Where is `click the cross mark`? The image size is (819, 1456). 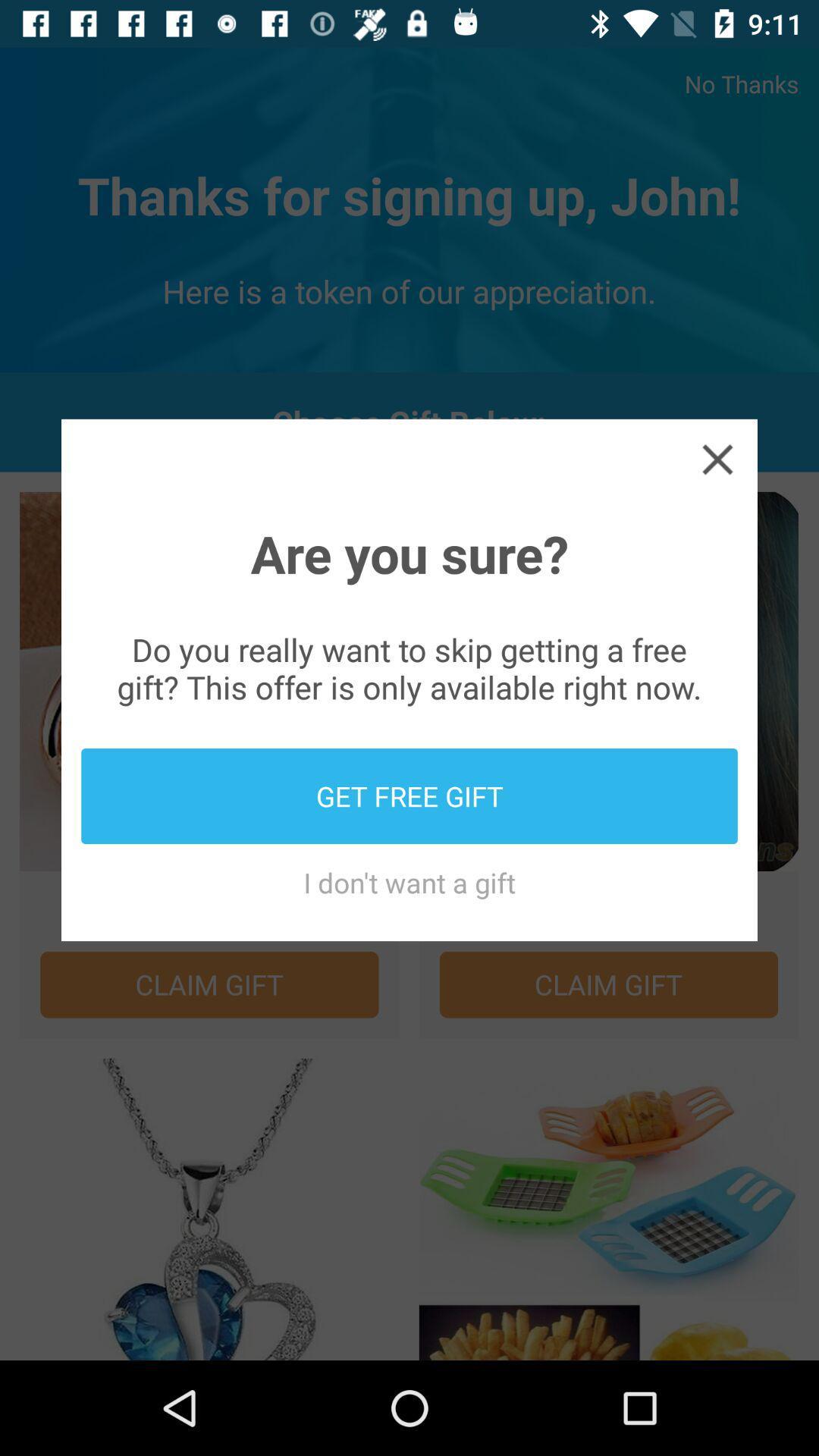
click the cross mark is located at coordinates (717, 458).